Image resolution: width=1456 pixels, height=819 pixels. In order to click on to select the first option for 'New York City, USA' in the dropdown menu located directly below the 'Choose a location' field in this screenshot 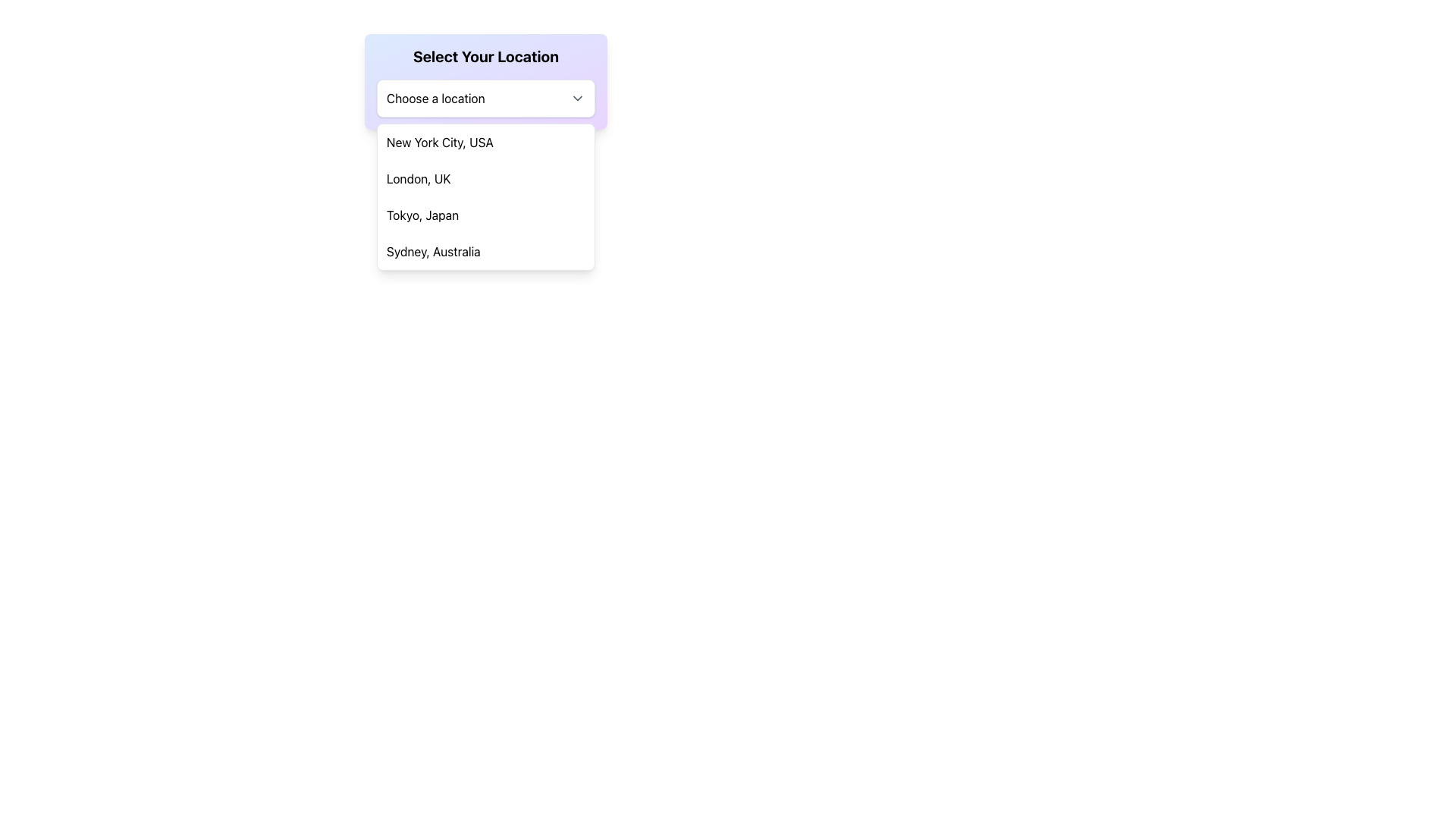, I will do `click(486, 143)`.